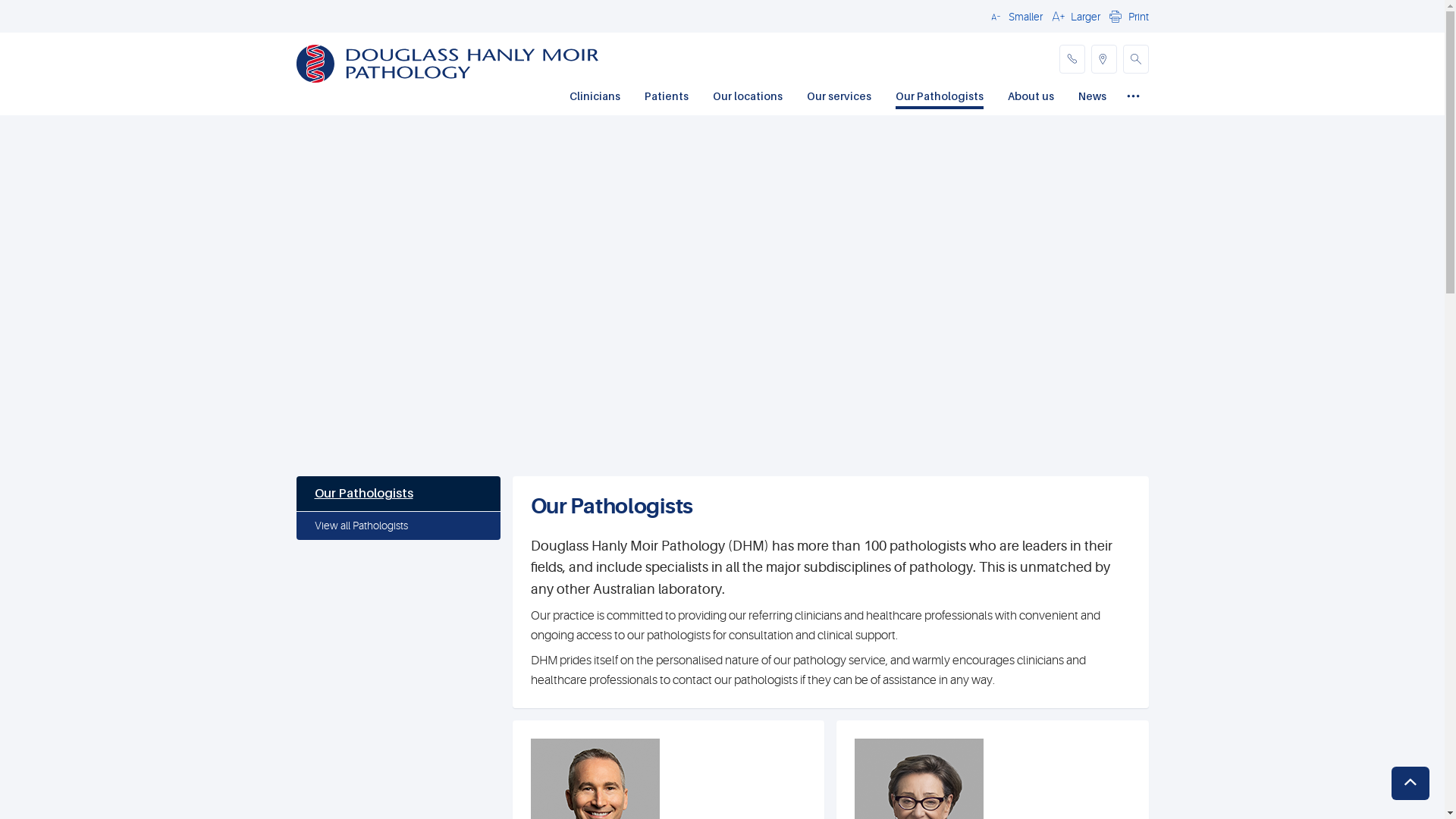 The height and width of the screenshot is (819, 1456). Describe the element at coordinates (1127, 15) in the screenshot. I see `'Print'` at that location.